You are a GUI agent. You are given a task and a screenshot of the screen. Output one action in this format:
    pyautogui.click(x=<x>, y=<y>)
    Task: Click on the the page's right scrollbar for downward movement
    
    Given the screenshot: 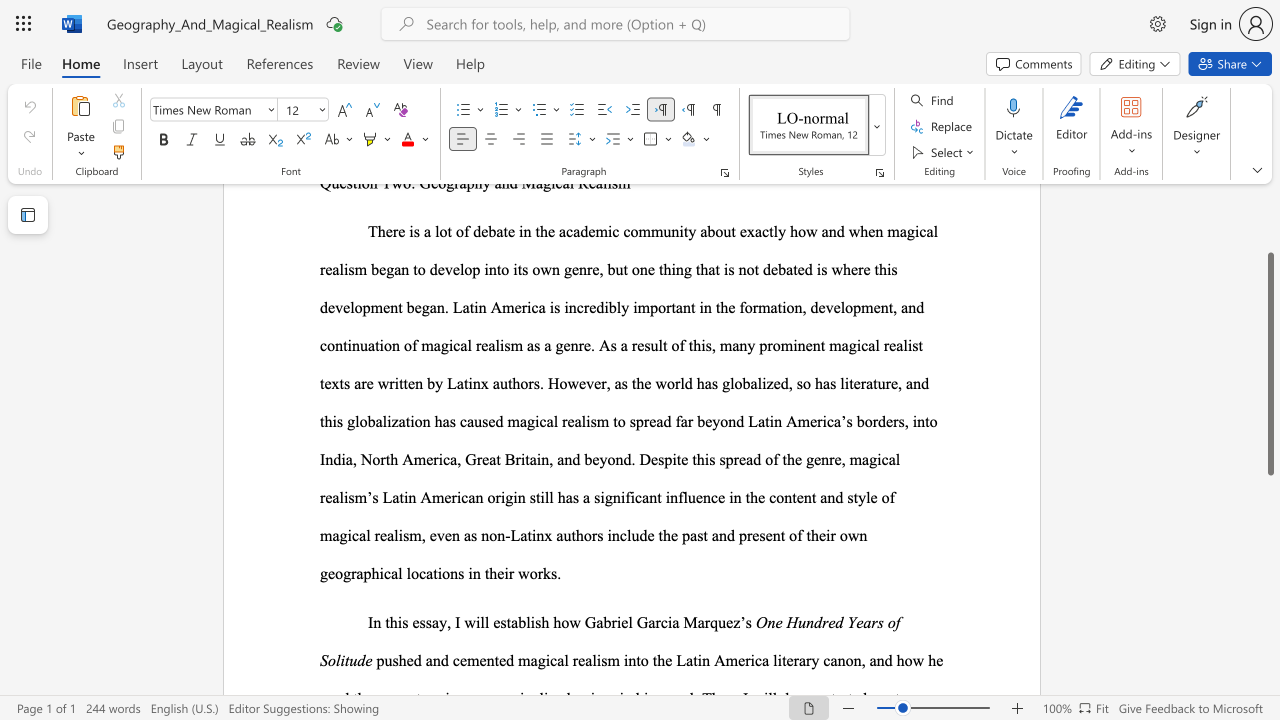 What is the action you would take?
    pyautogui.click(x=1269, y=550)
    